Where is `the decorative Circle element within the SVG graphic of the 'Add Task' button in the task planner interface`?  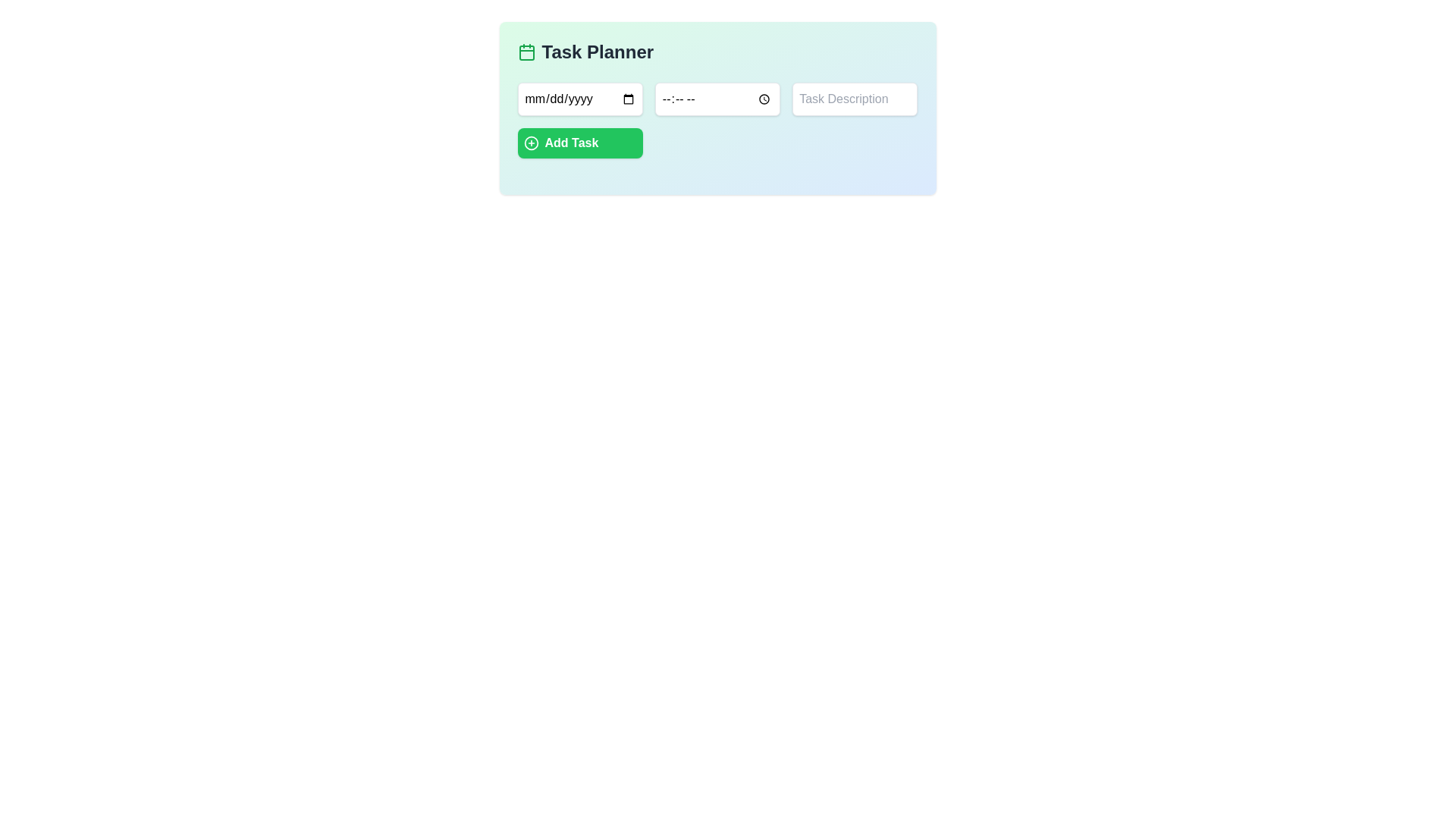
the decorative Circle element within the SVG graphic of the 'Add Task' button in the task planner interface is located at coordinates (531, 143).